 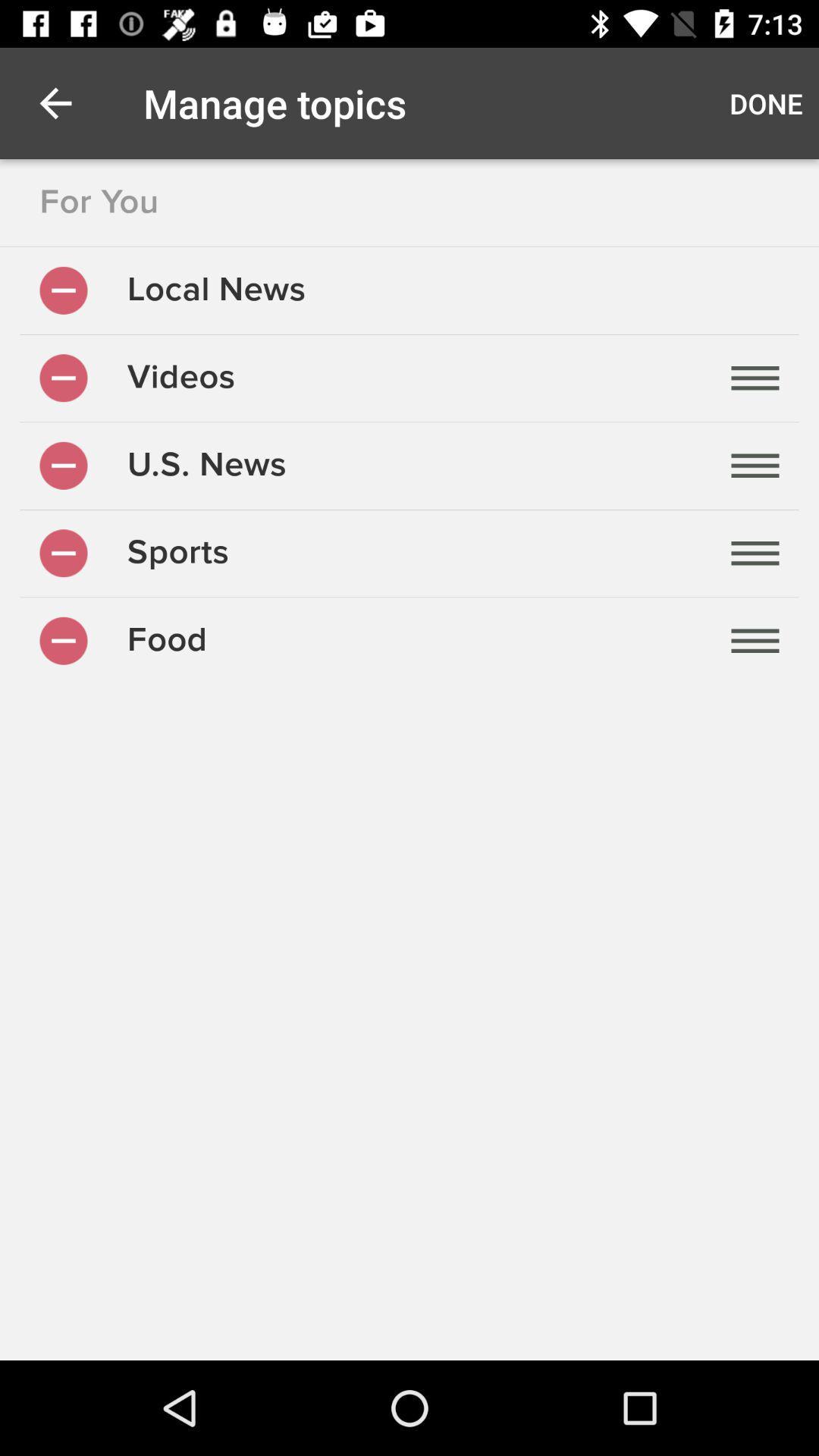 What do you see at coordinates (55, 102) in the screenshot?
I see `the item next to the manage topics icon` at bounding box center [55, 102].